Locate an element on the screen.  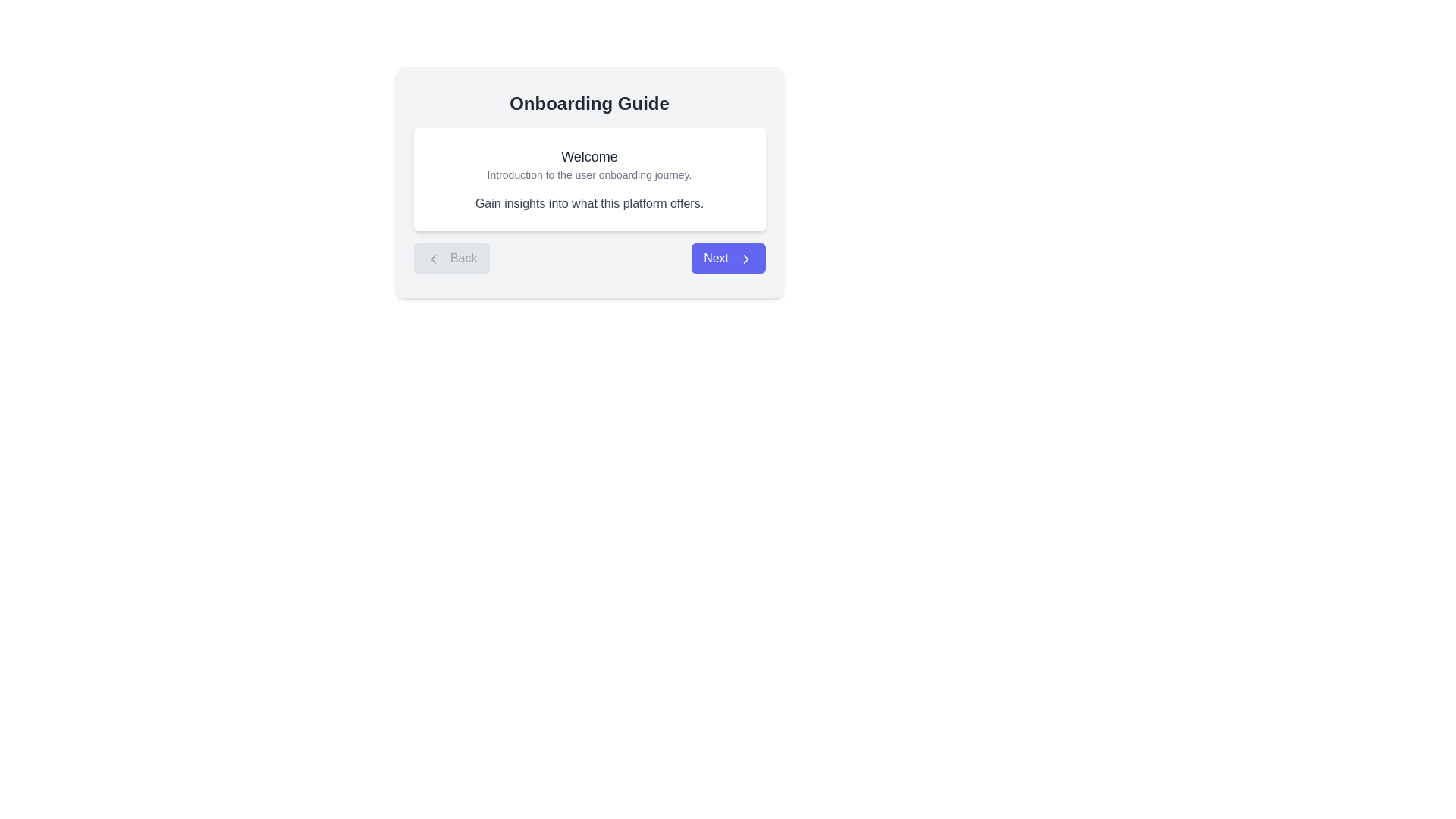
the 'Next' button located at the bottom right of the onboarding guide panel to change its appearance is located at coordinates (728, 257).